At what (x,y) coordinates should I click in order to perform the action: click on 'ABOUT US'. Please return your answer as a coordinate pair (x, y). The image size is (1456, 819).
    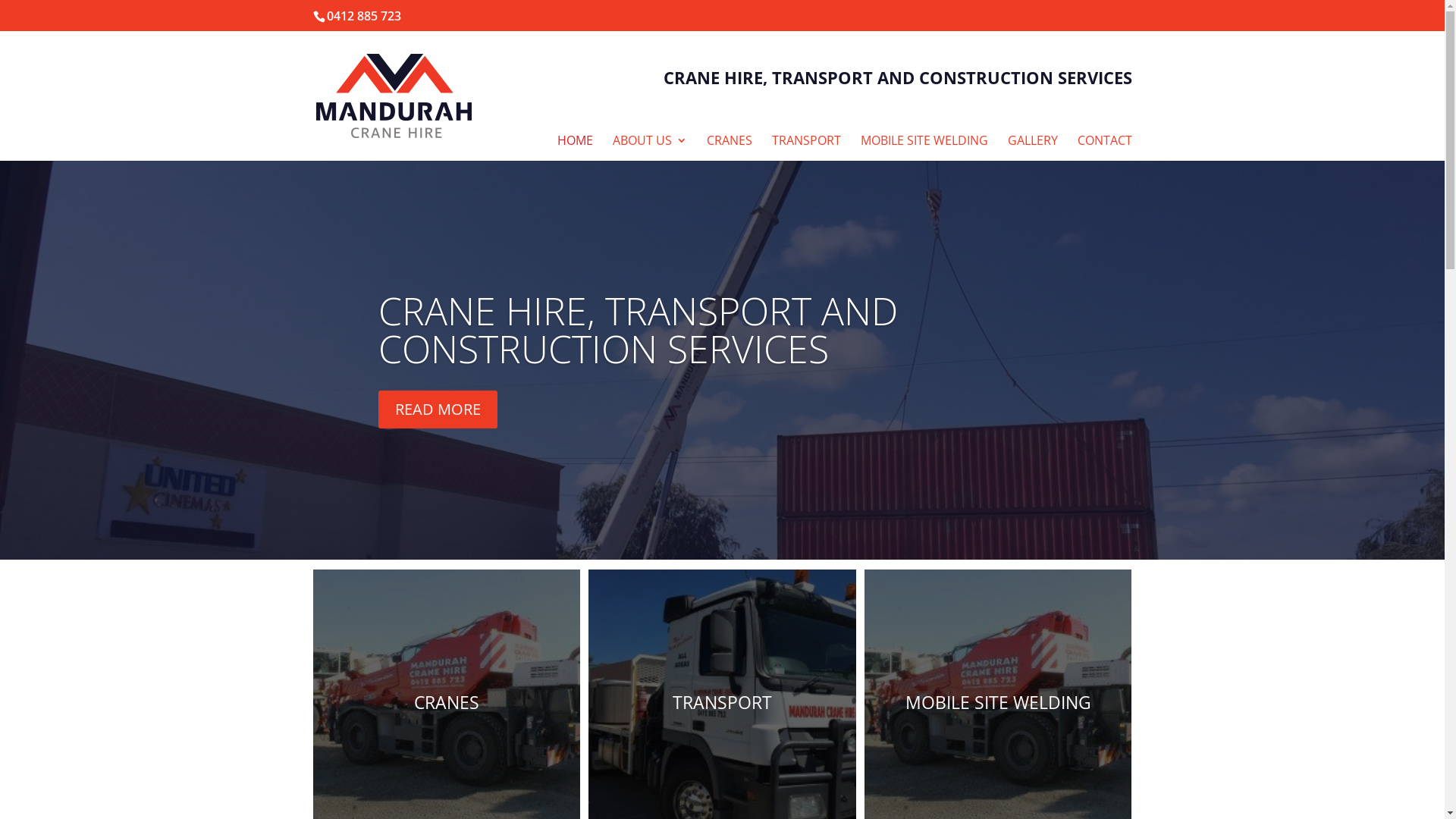
    Looking at the image, I should click on (650, 148).